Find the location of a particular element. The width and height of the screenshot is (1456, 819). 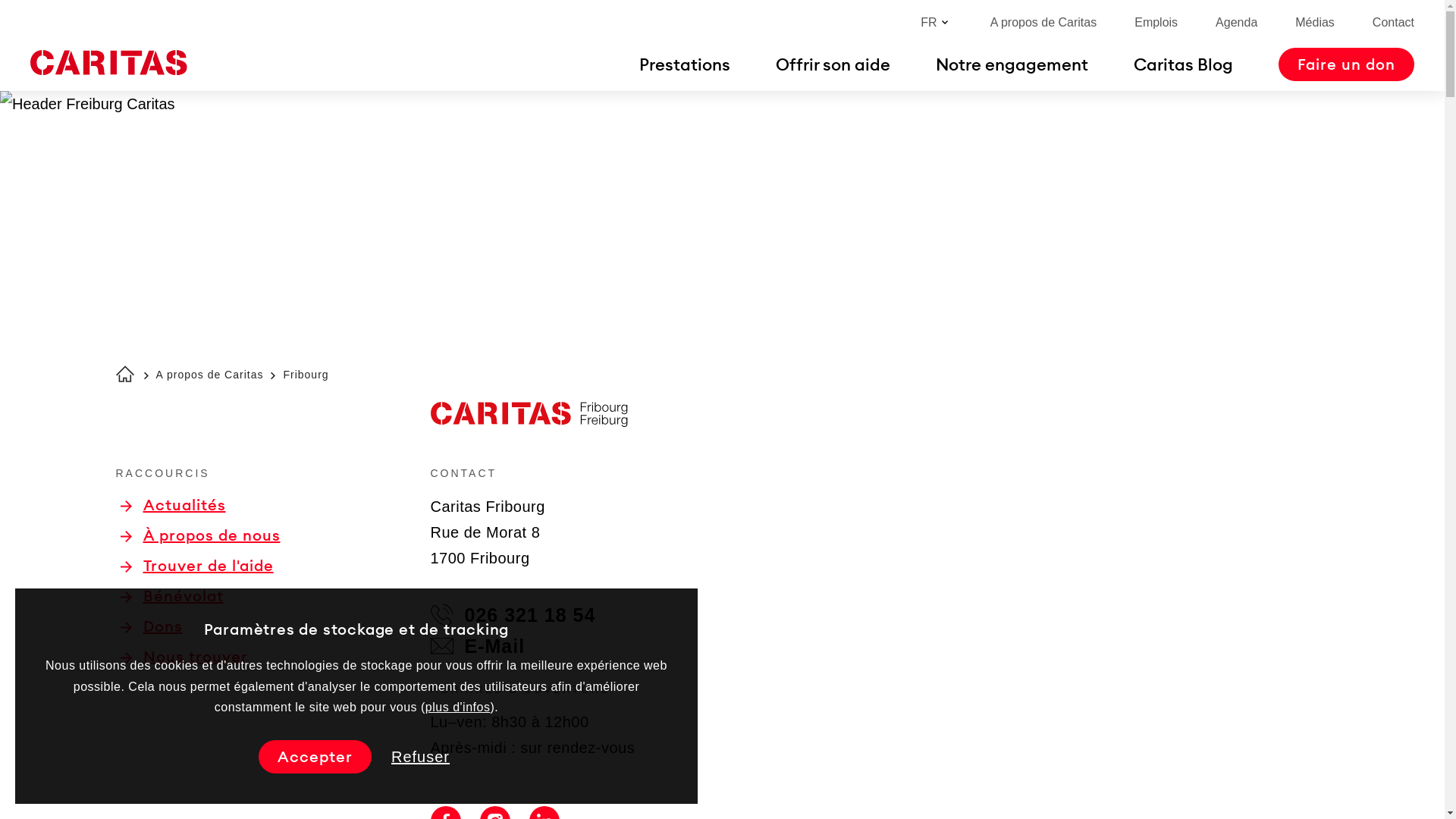

'E-Mail is located at coordinates (477, 646).